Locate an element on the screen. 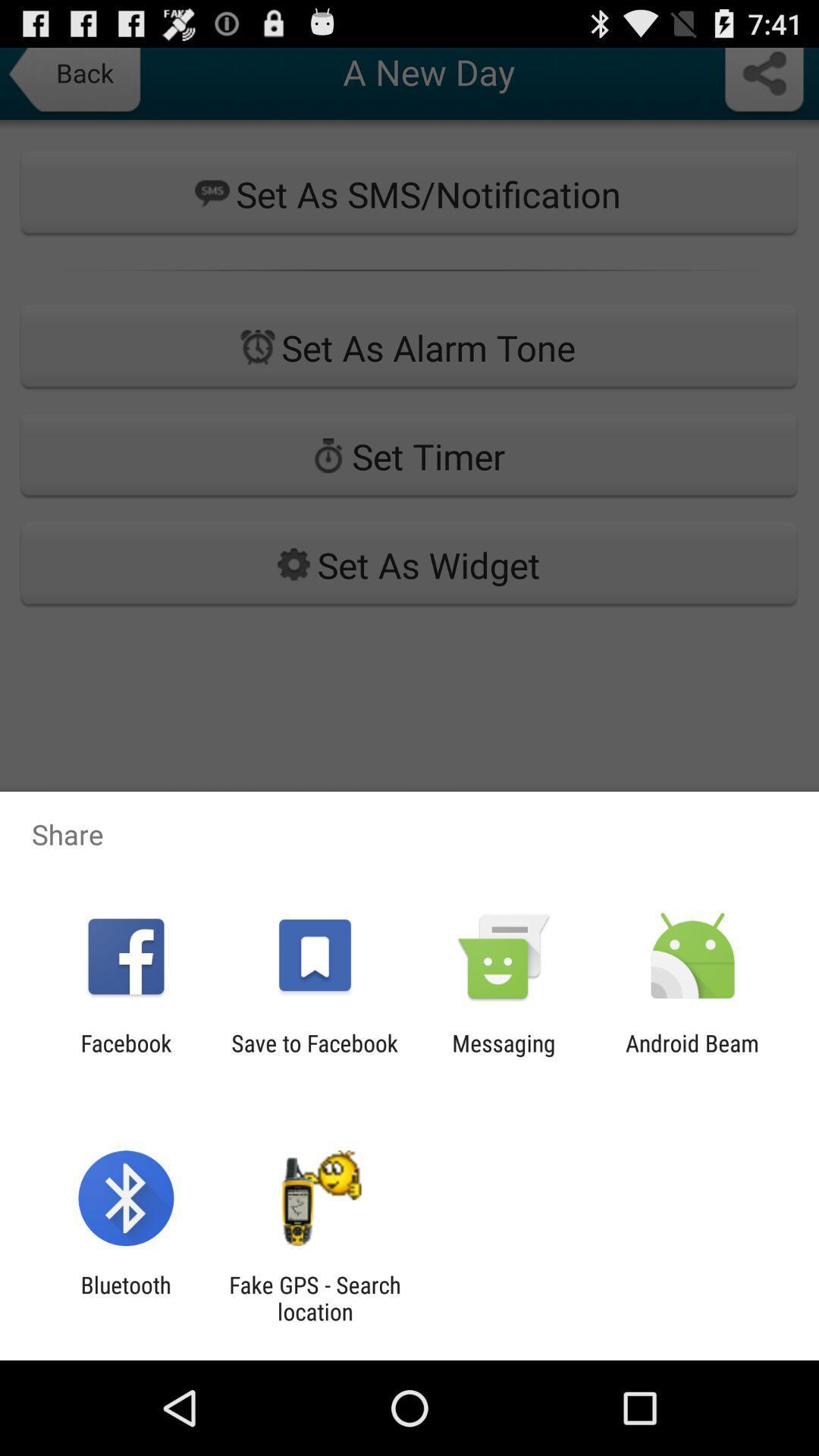 The width and height of the screenshot is (819, 1456). the app to the left of messaging app is located at coordinates (314, 1056).